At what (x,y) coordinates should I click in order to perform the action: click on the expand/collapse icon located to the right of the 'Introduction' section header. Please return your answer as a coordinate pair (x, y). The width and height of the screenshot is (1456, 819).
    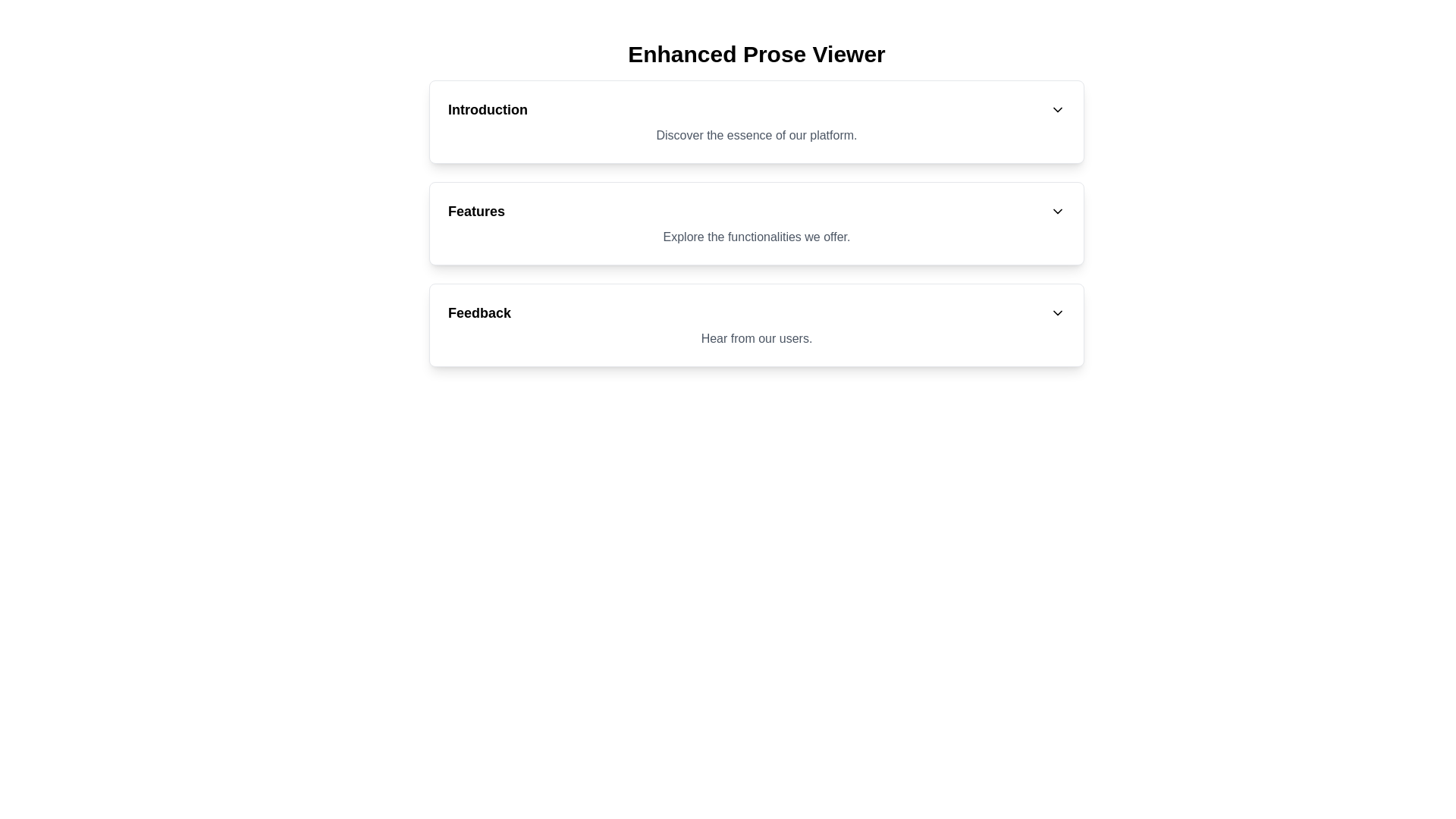
    Looking at the image, I should click on (1057, 109).